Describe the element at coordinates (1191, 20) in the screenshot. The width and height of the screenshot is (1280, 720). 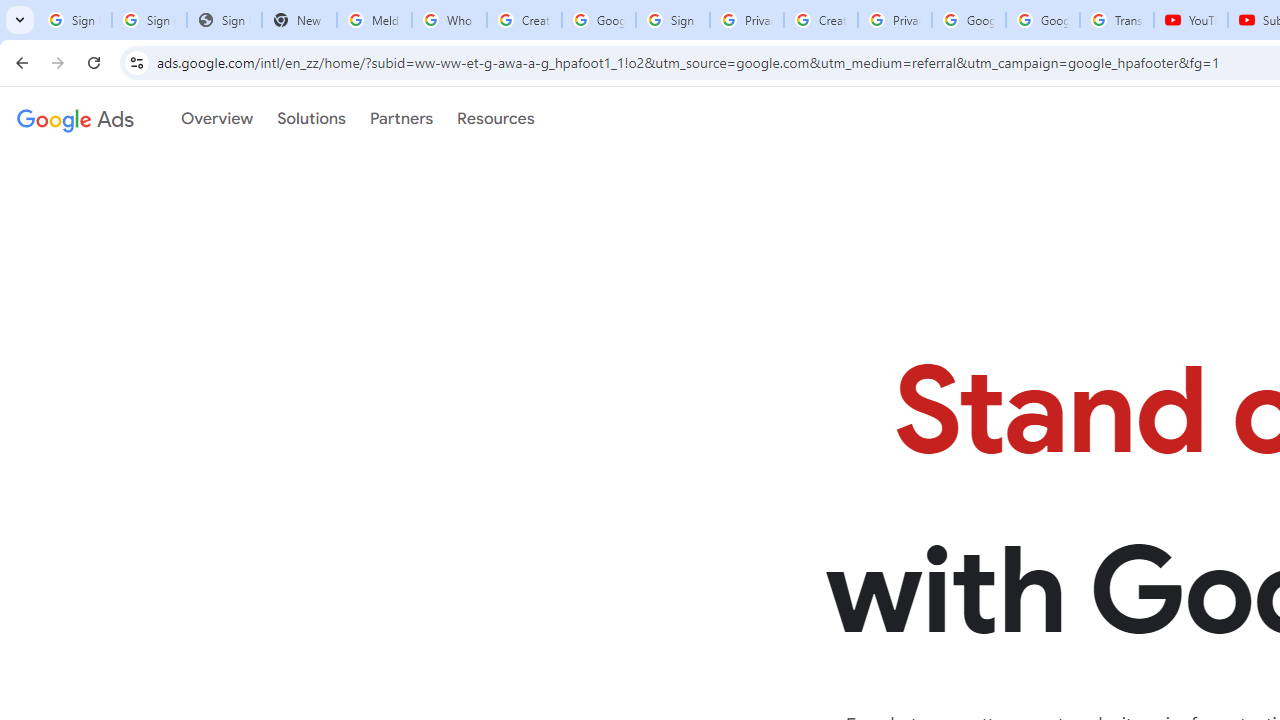
I see `'YouTube'` at that location.